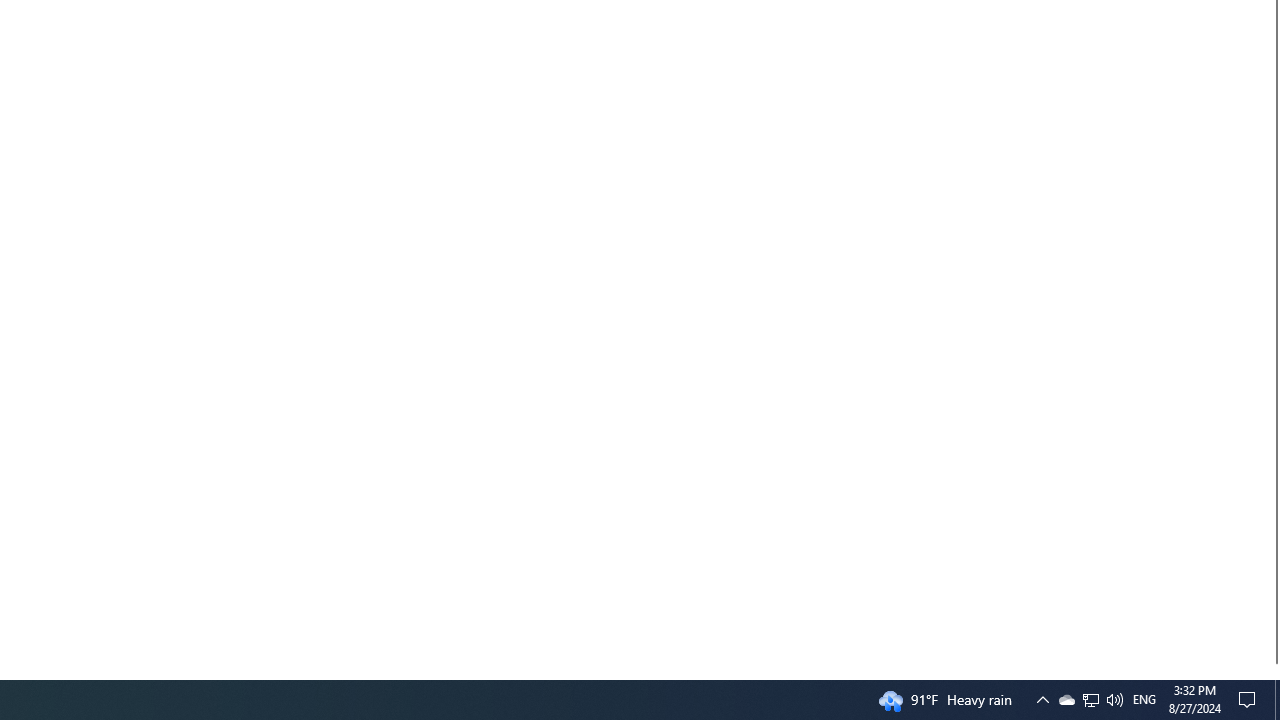 The image size is (1280, 720). I want to click on 'User Promoted Notification Area', so click(1090, 698).